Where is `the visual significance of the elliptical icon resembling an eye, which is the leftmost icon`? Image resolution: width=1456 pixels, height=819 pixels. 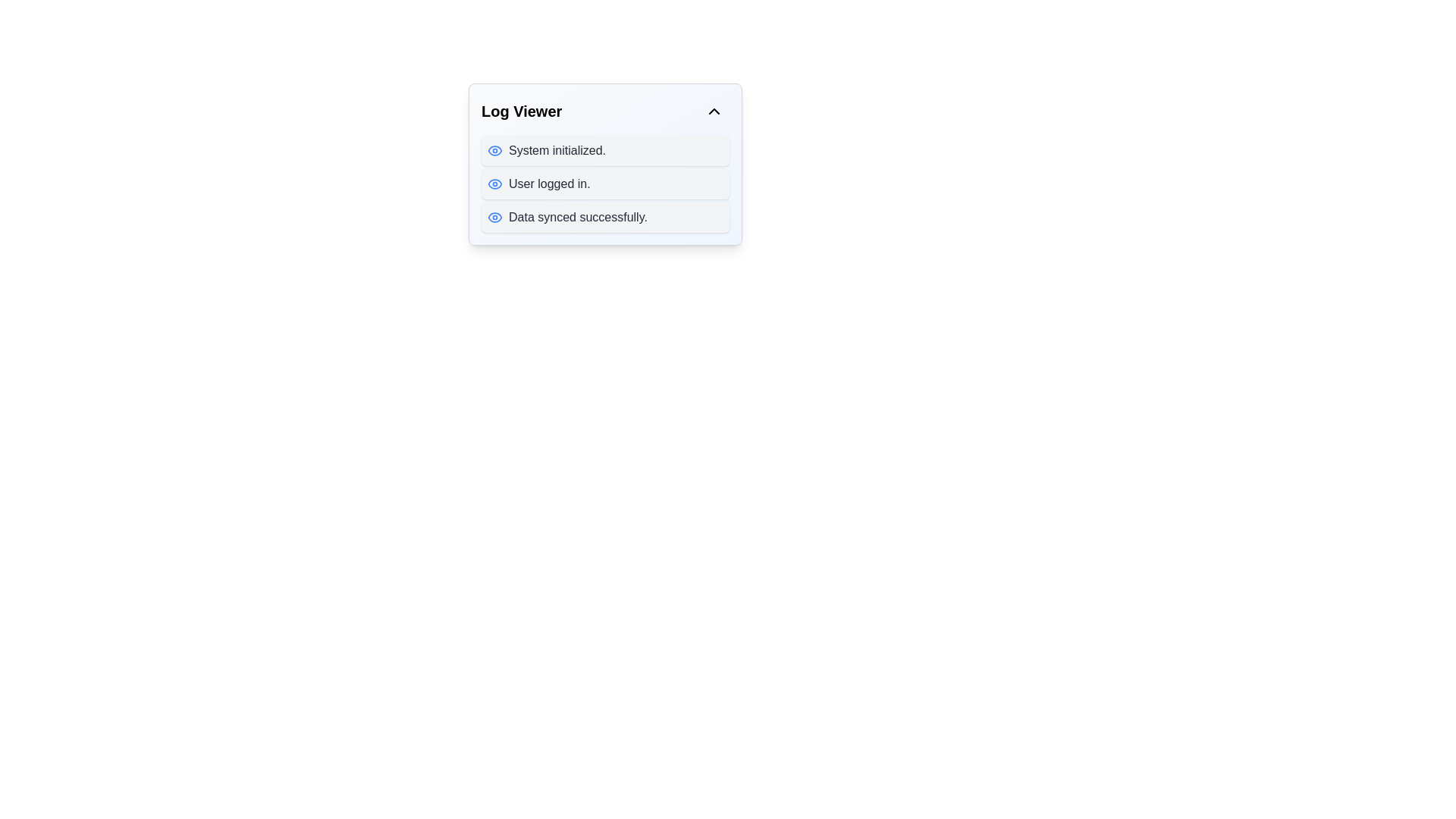 the visual significance of the elliptical icon resembling an eye, which is the leftmost icon is located at coordinates (494, 151).